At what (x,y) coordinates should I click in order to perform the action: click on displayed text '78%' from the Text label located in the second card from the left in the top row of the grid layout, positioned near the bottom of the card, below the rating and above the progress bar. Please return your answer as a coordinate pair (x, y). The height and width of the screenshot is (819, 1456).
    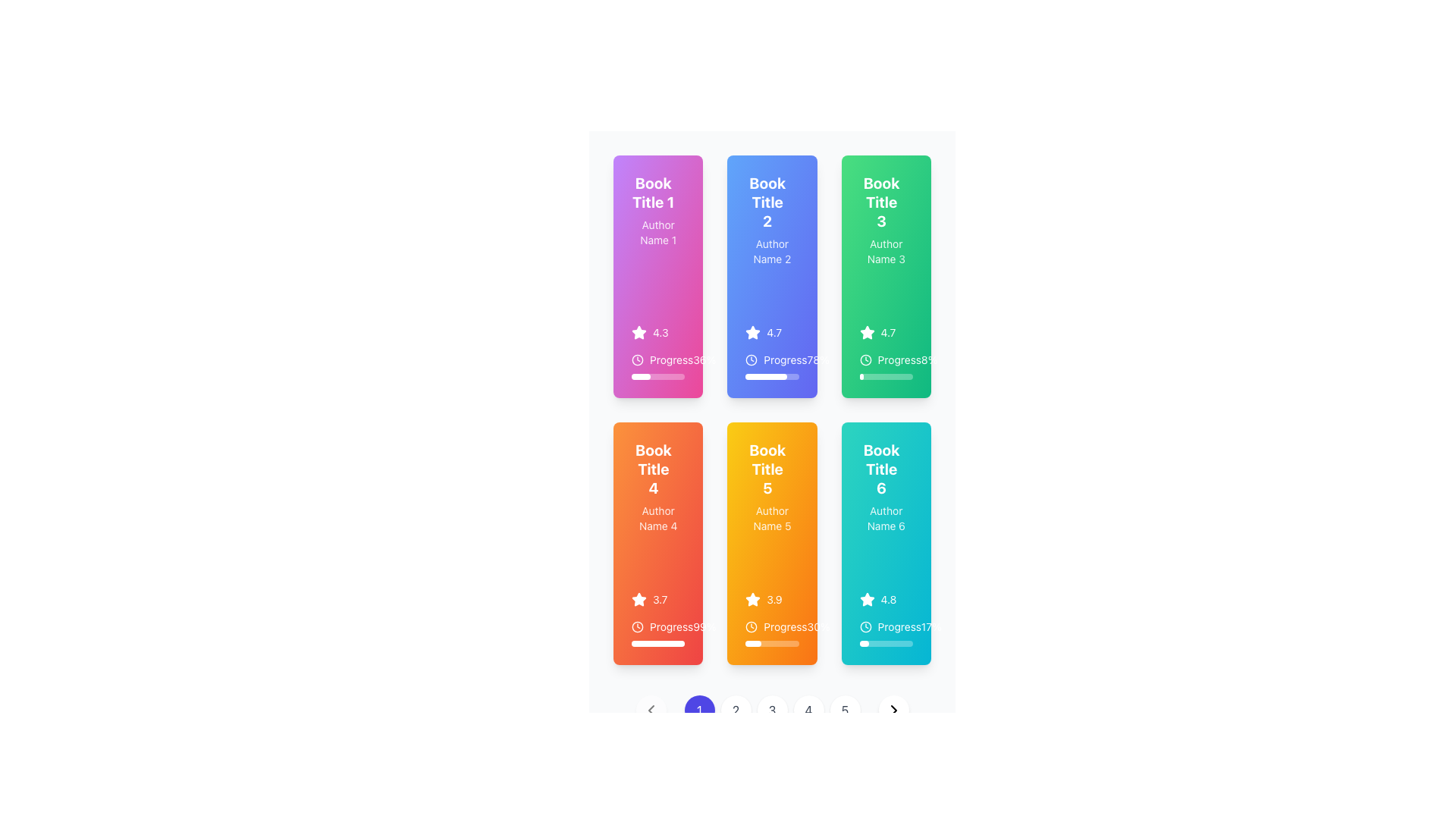
    Looking at the image, I should click on (776, 359).